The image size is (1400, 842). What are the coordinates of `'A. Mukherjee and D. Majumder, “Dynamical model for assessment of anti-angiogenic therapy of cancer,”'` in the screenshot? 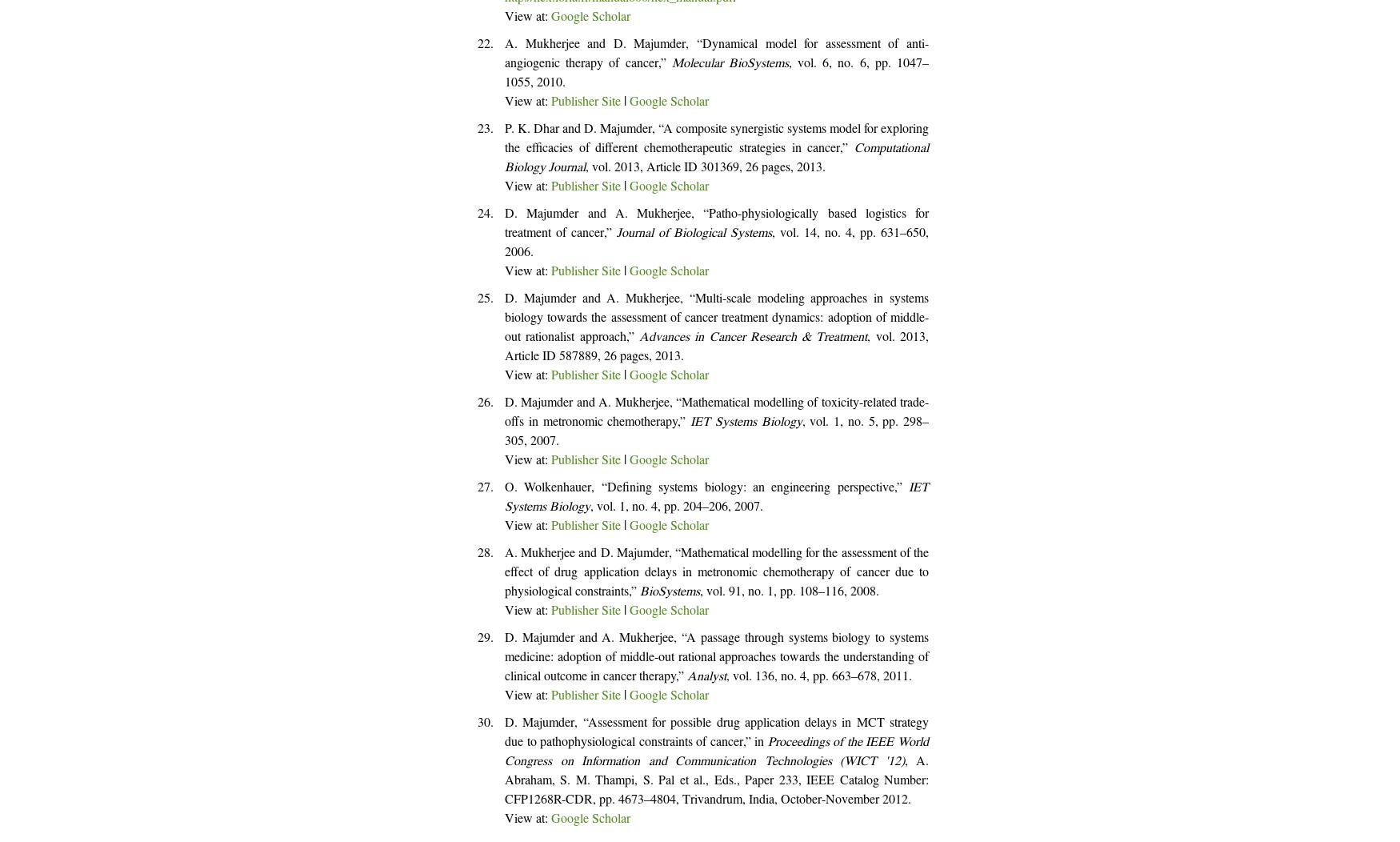 It's located at (504, 54).